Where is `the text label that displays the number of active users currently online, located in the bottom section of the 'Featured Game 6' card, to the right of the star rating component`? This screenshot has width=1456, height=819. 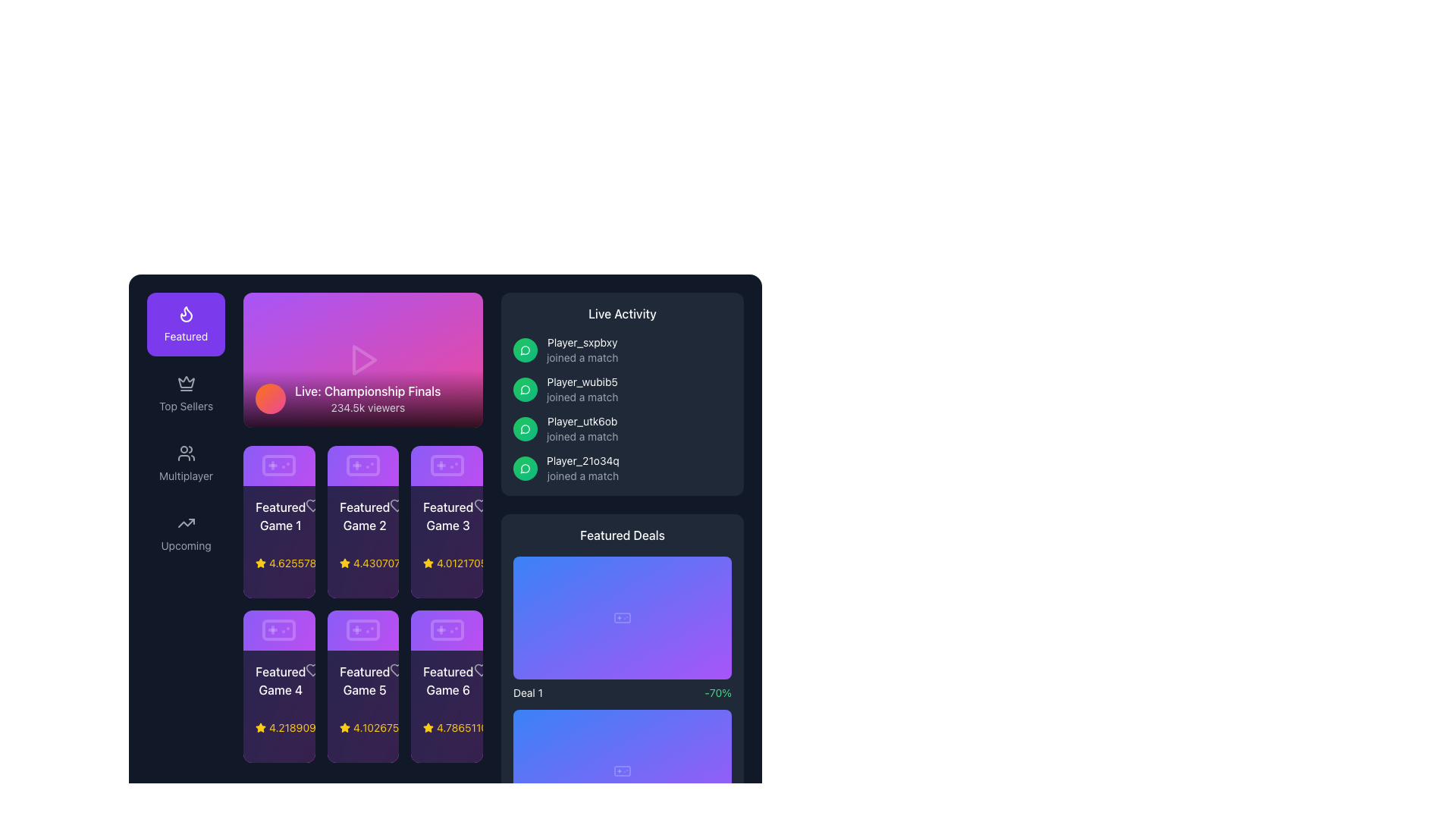 the text label that displays the number of active users currently online, located in the bottom section of the 'Featured Game 6' card, to the right of the star rating component is located at coordinates (475, 727).